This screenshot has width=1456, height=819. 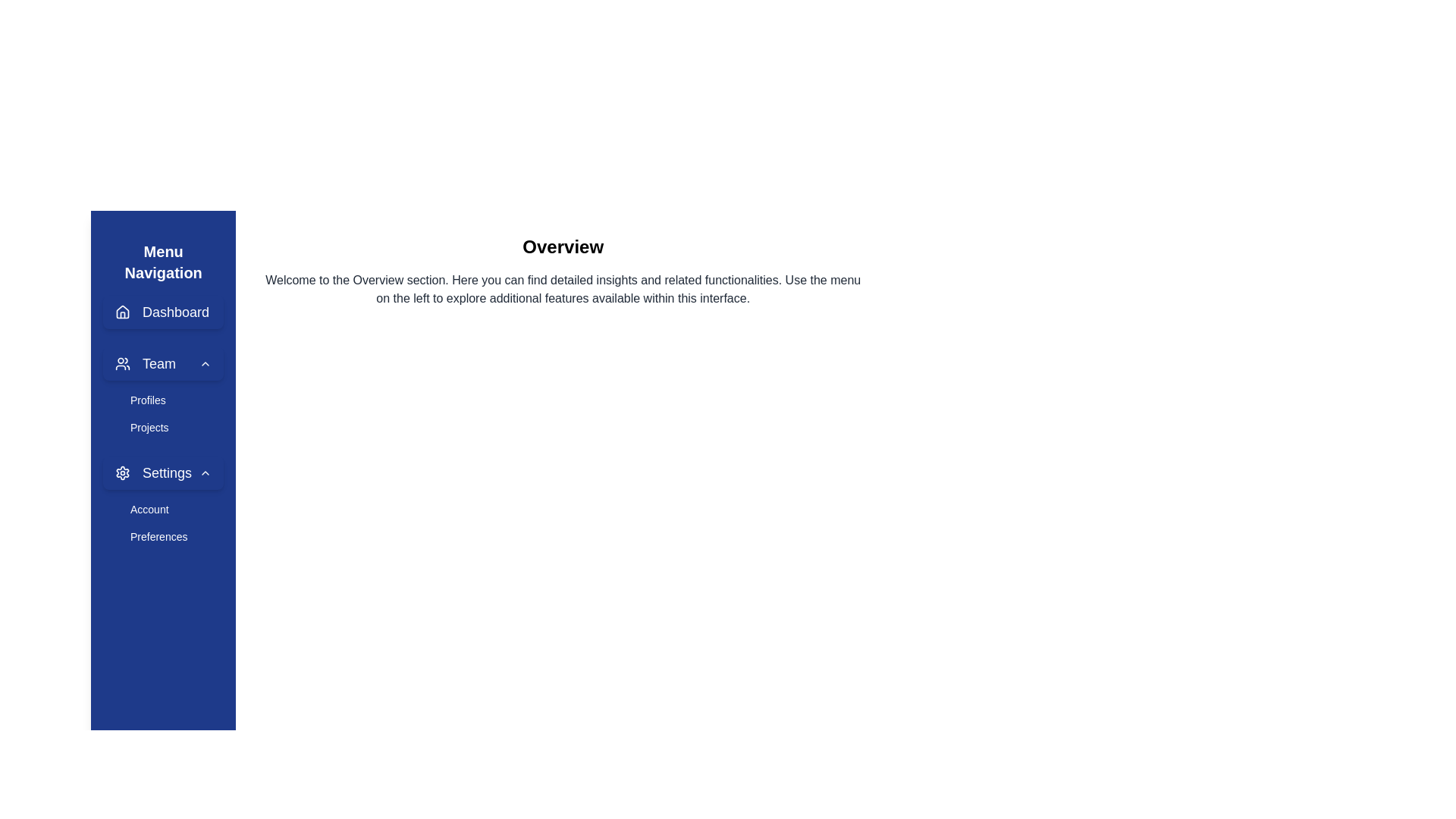 I want to click on the 'Team' text label in the vertical navigation menu, so click(x=171, y=363).